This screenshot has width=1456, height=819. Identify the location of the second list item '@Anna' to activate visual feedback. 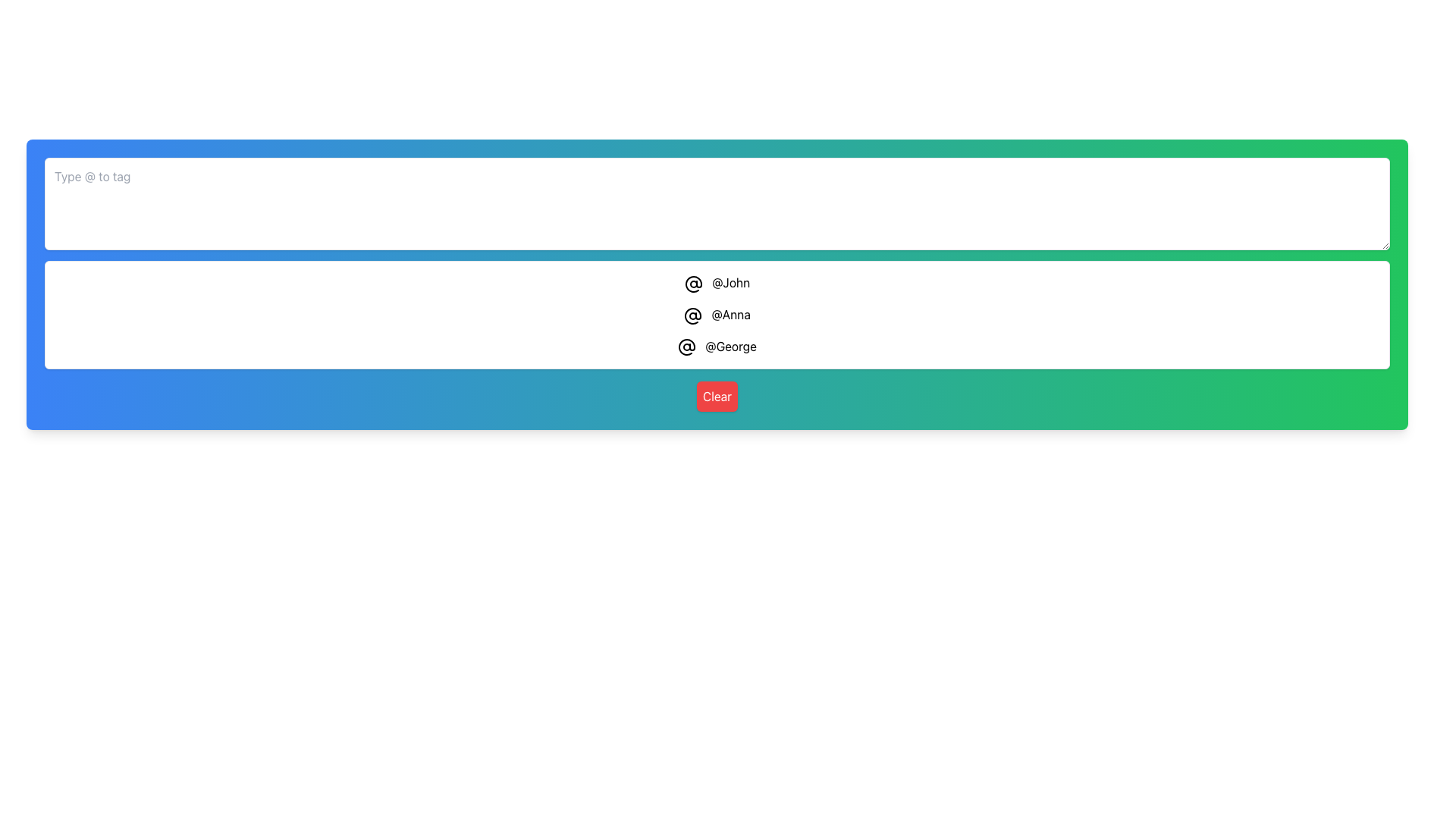
(716, 314).